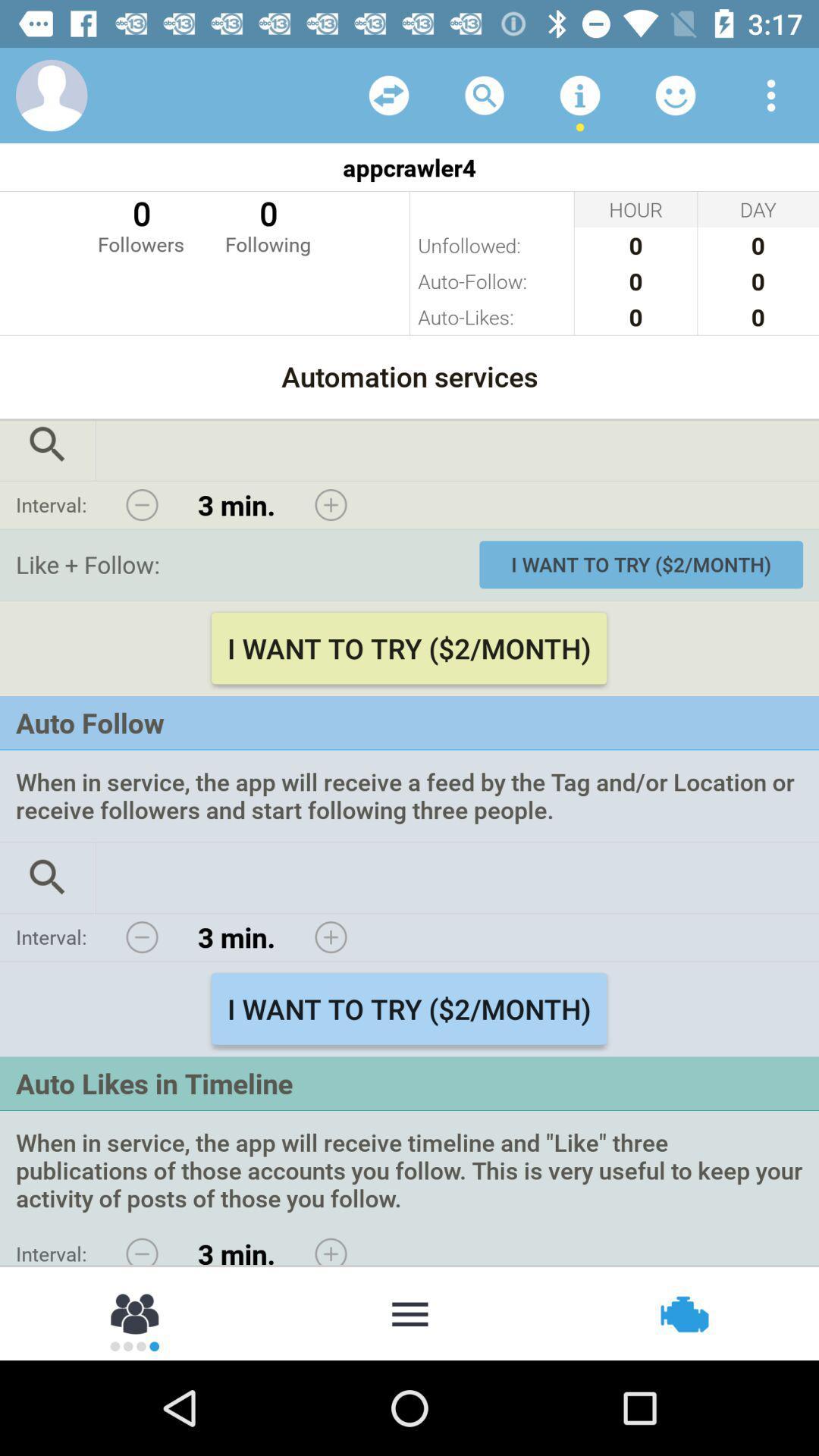 The width and height of the screenshot is (819, 1456). Describe the element at coordinates (682, 1312) in the screenshot. I see `item below when in service icon` at that location.